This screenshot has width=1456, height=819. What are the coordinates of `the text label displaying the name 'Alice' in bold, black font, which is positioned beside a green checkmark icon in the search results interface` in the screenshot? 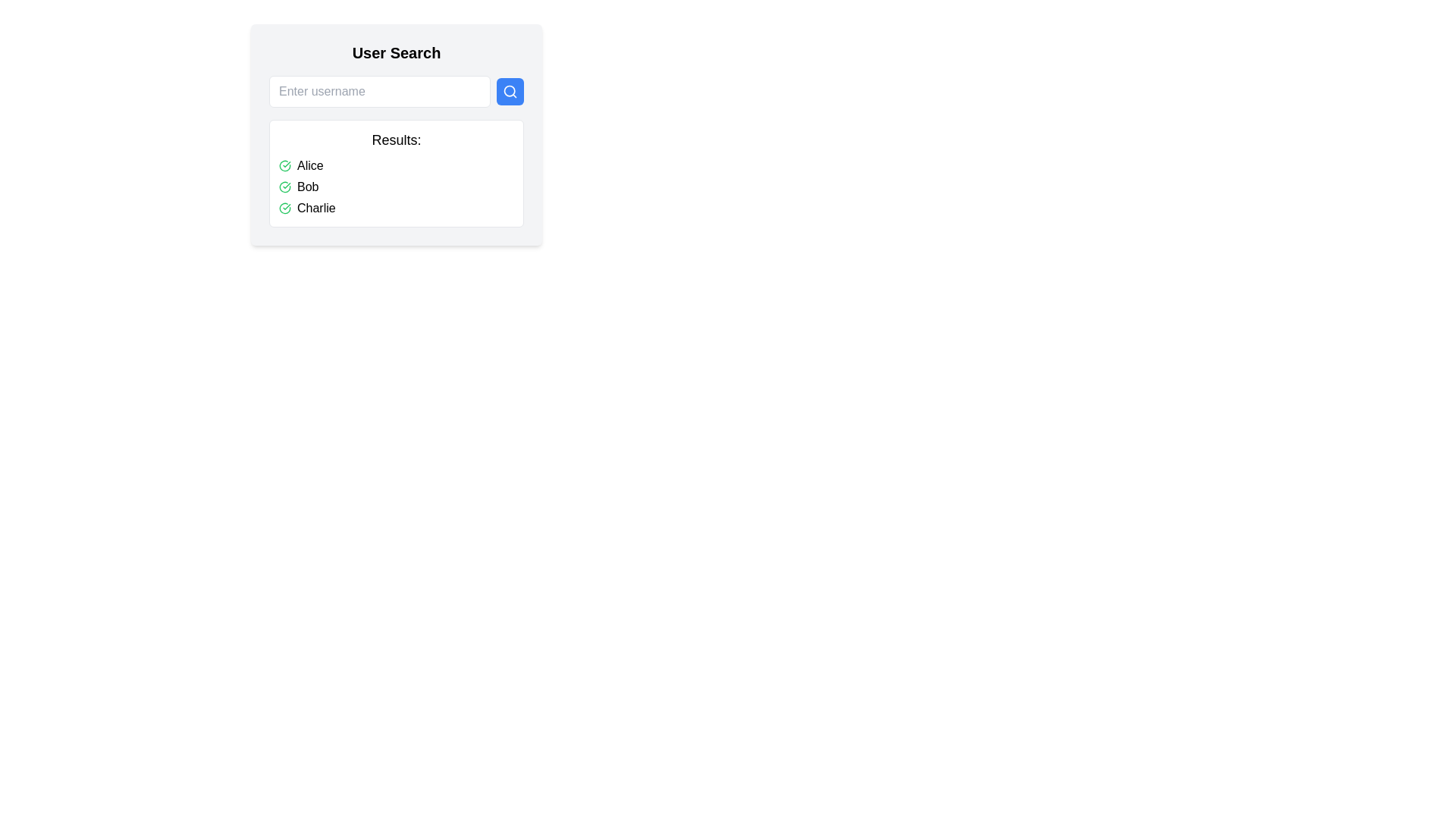 It's located at (309, 166).